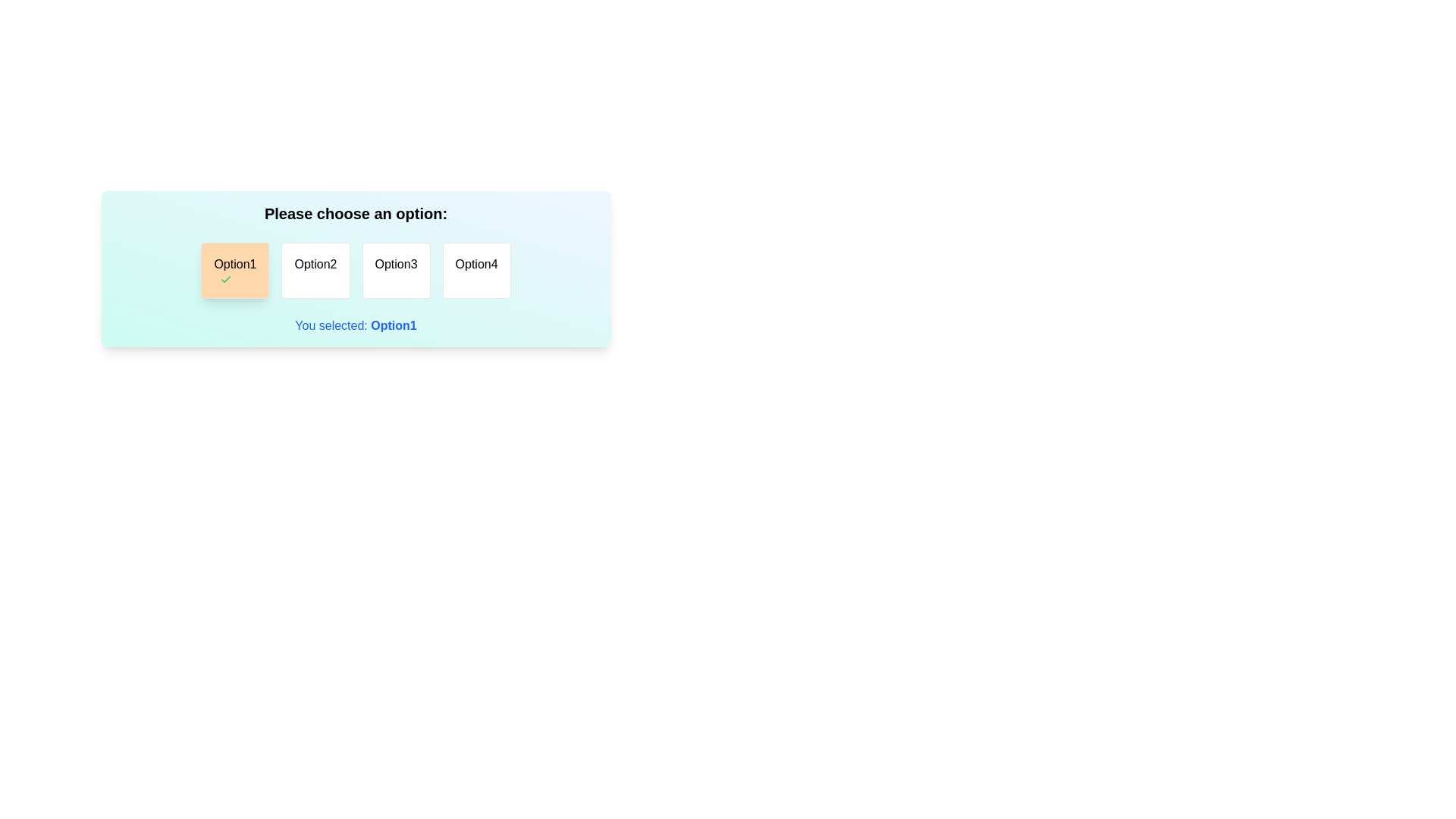  What do you see at coordinates (475, 263) in the screenshot?
I see `the fourth text label option in the multiple-choice selection interface, which is located to the far right of the group labeled 'Please choose an option.'` at bounding box center [475, 263].